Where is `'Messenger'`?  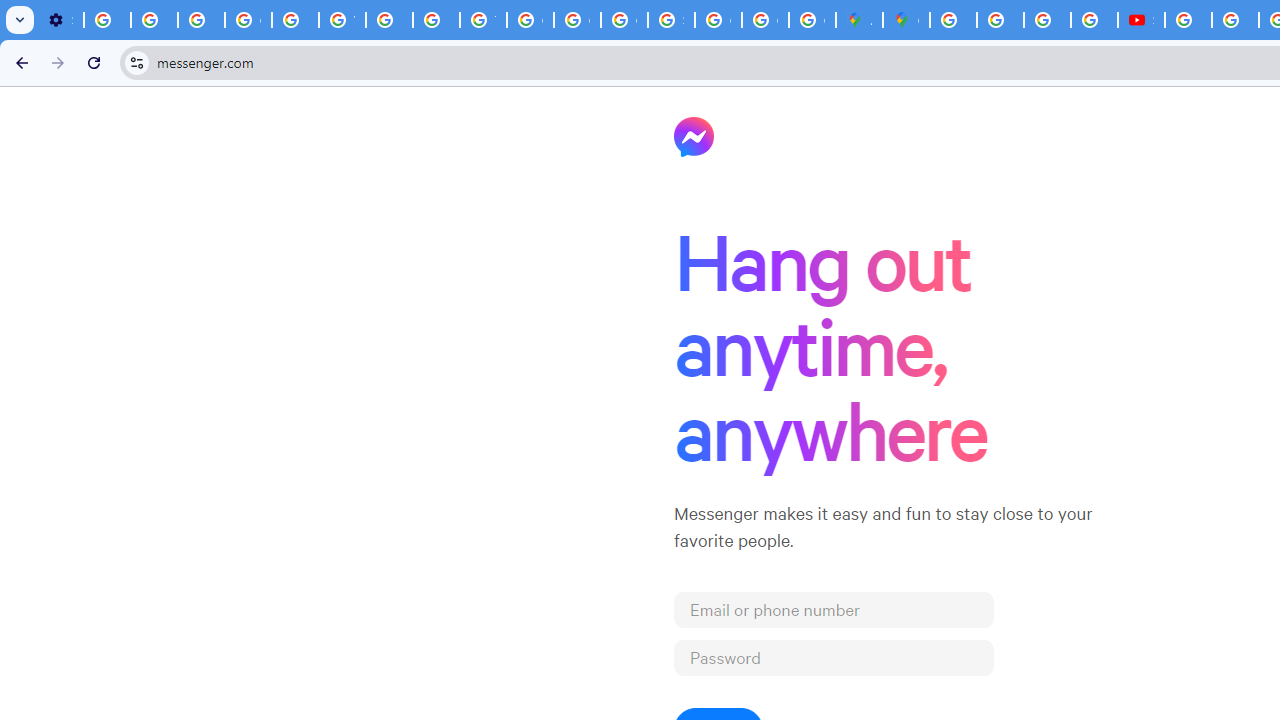
'Messenger' is located at coordinates (694, 135).